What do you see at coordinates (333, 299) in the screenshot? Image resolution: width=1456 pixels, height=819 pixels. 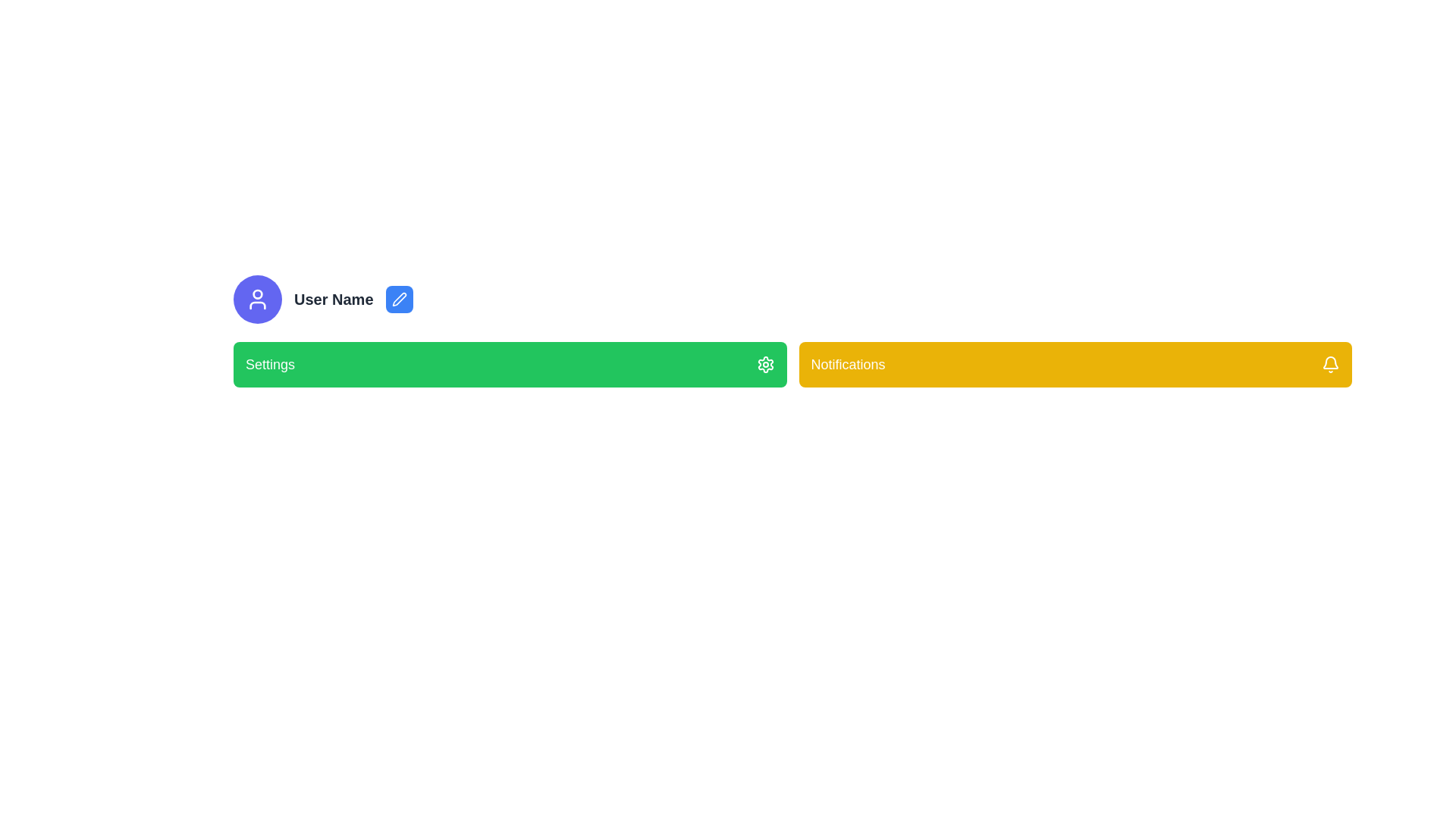 I see `the bold text label displaying 'User Name' which is located between a user icon and a button` at bounding box center [333, 299].